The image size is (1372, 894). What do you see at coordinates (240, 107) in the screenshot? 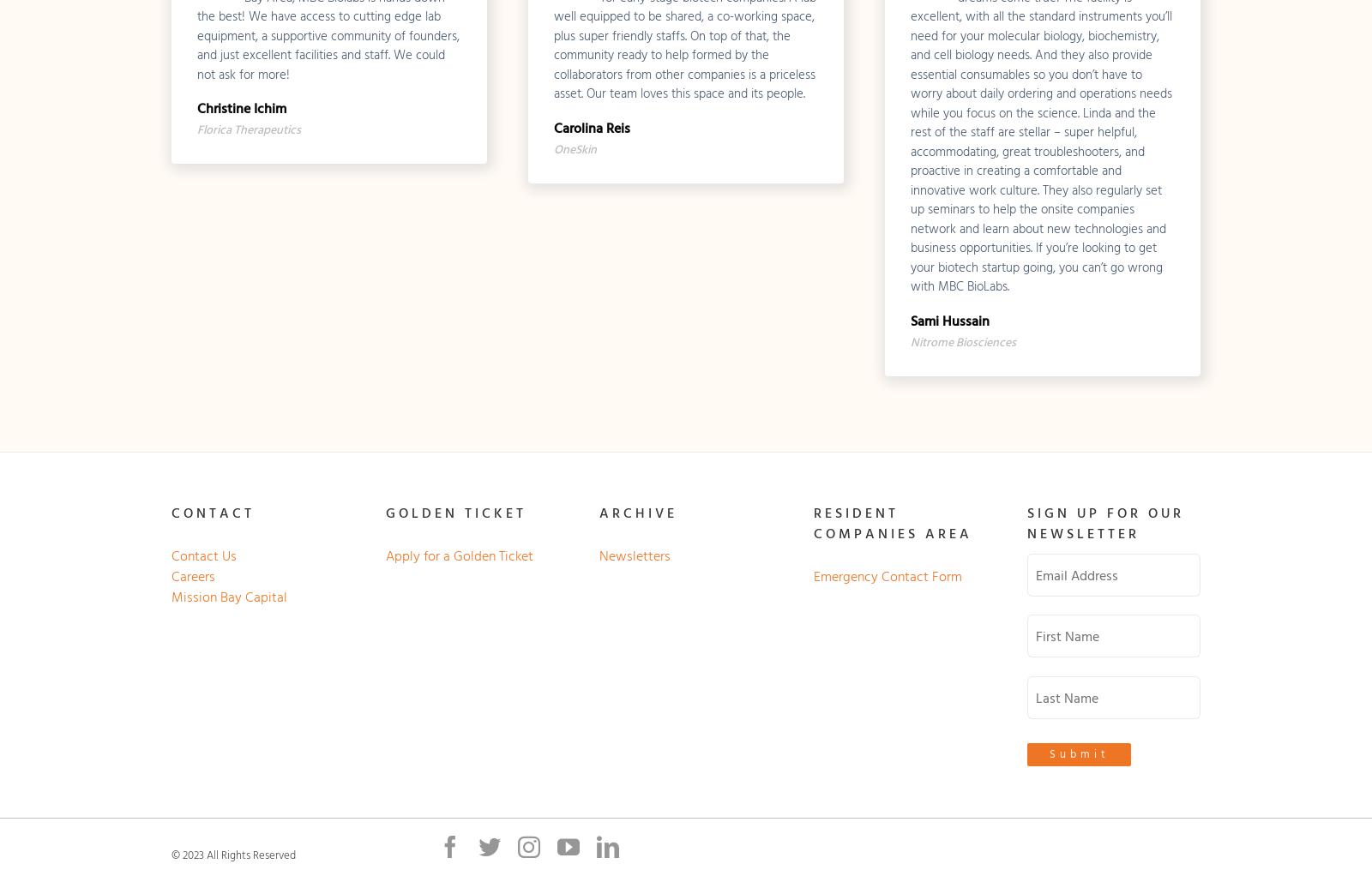
I see `'Christine Ichim'` at bounding box center [240, 107].